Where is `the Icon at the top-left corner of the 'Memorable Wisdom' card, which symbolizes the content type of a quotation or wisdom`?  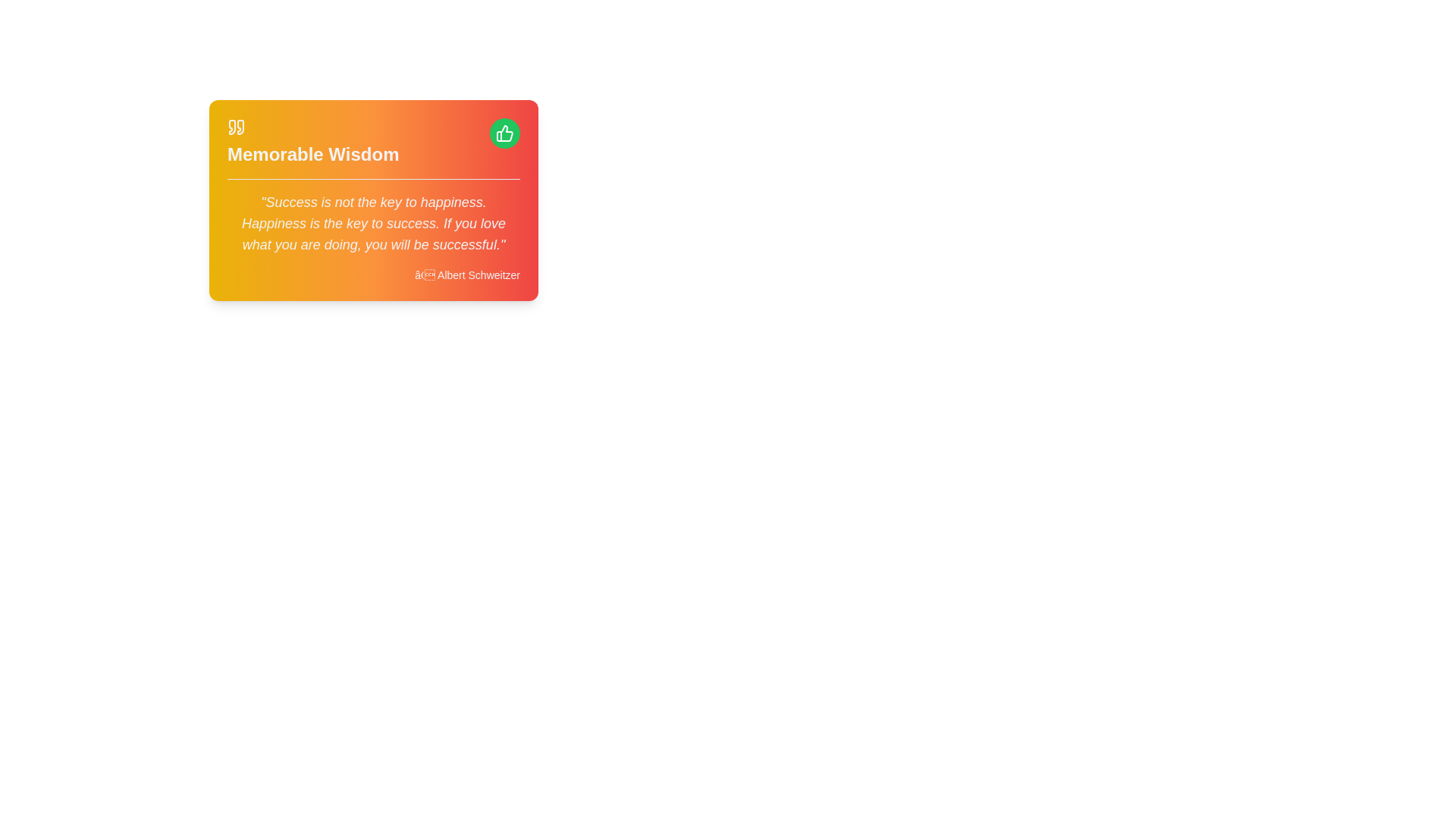
the Icon at the top-left corner of the 'Memorable Wisdom' card, which symbolizes the content type of a quotation or wisdom is located at coordinates (236, 127).